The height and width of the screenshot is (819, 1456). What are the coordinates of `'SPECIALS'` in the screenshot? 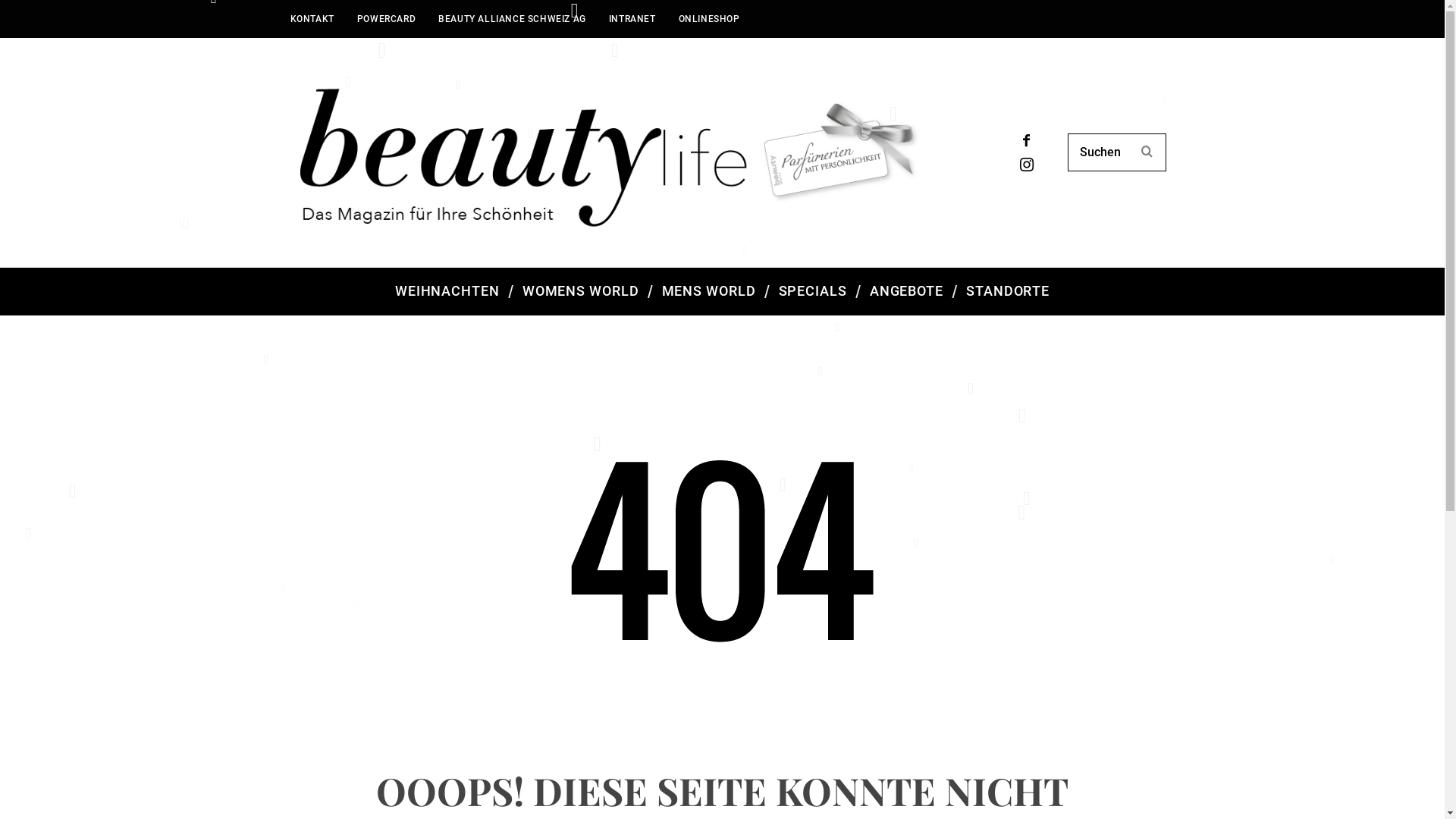 It's located at (811, 291).